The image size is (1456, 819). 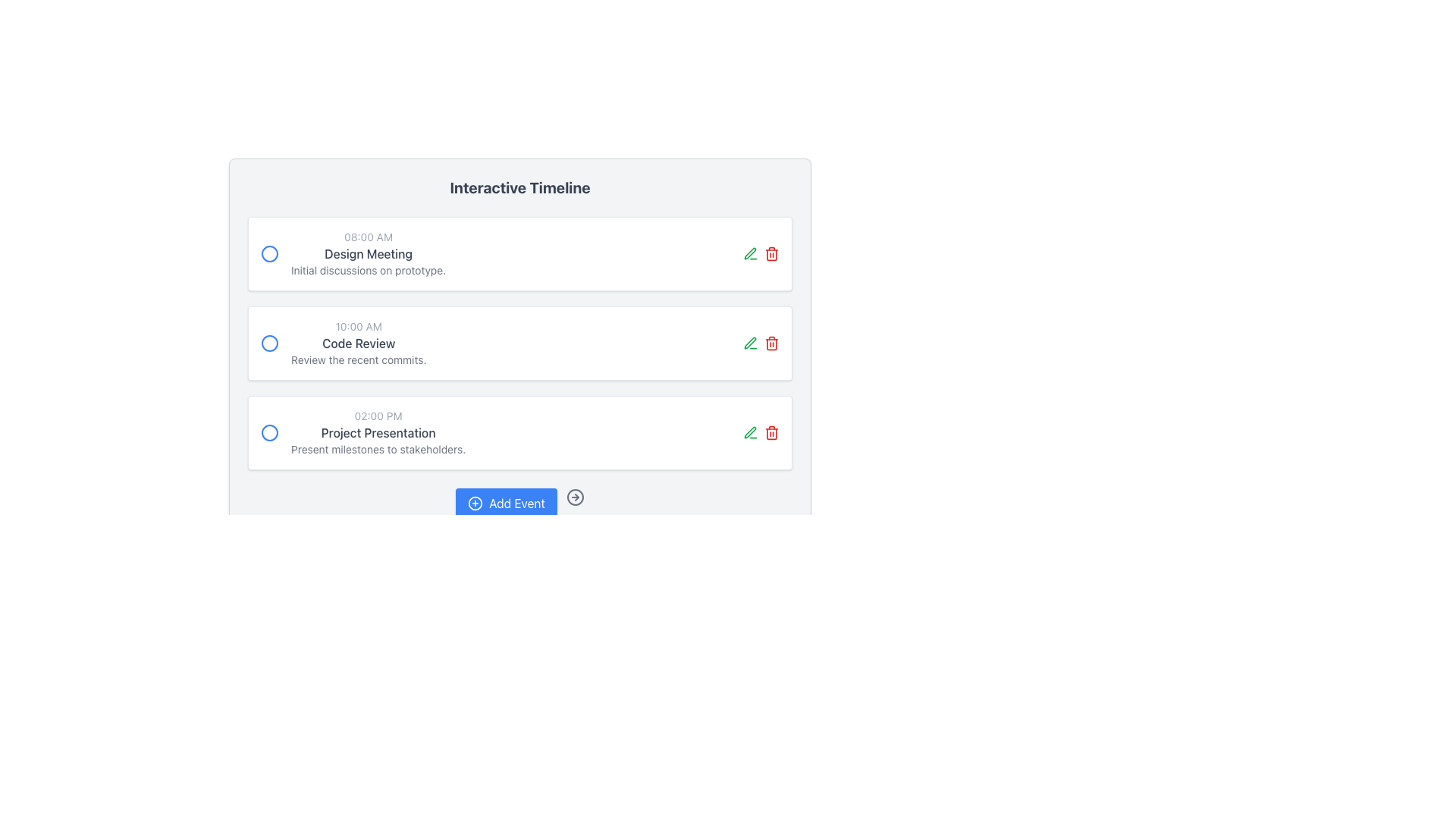 What do you see at coordinates (574, 497) in the screenshot?
I see `the circular arrow pointing right icon next to the 'Add Event' button to observe the state change` at bounding box center [574, 497].